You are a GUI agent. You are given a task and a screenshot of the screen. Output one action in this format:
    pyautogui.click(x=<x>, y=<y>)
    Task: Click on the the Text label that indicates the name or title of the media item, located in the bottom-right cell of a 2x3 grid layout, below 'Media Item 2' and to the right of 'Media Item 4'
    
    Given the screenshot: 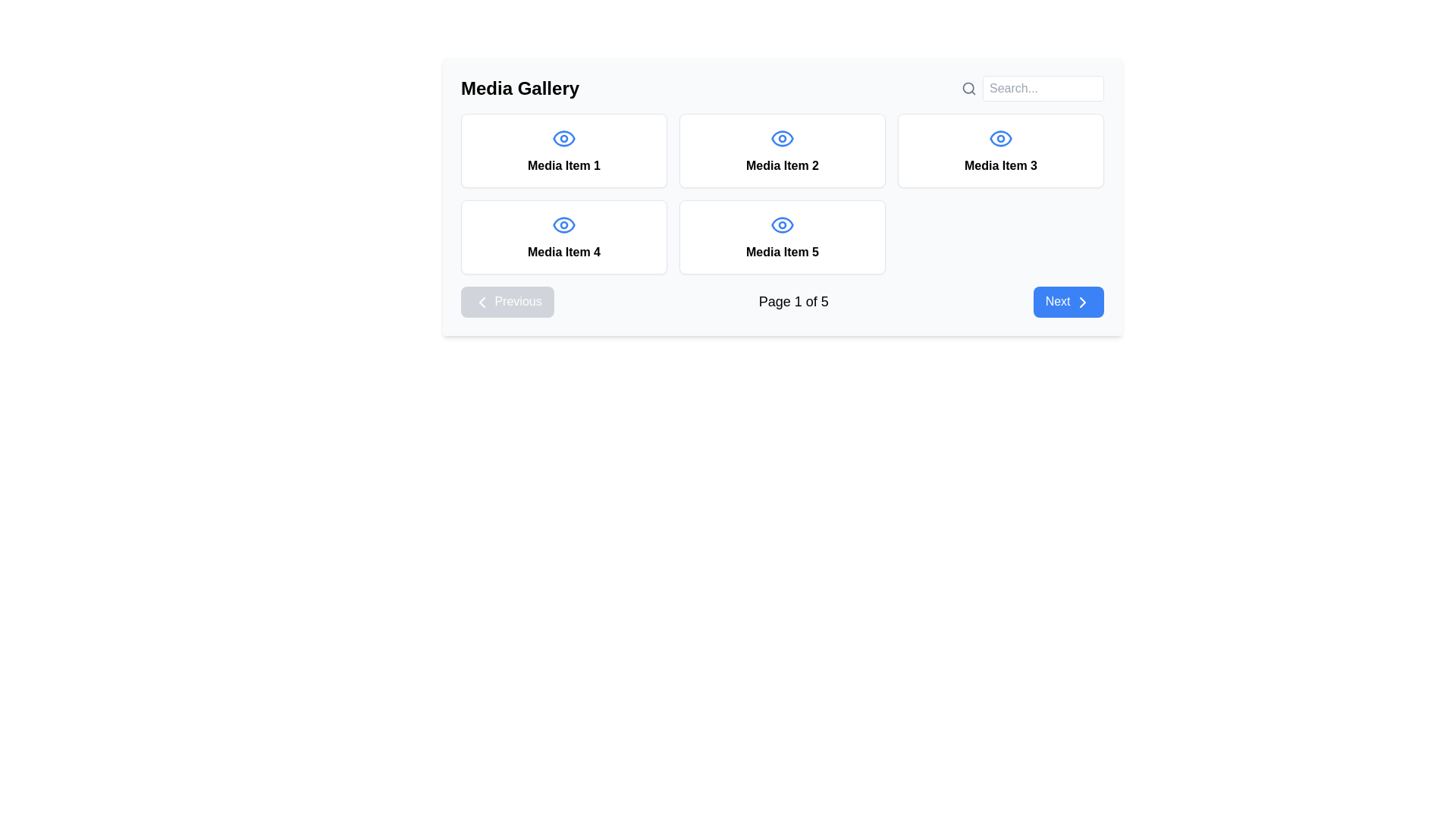 What is the action you would take?
    pyautogui.click(x=783, y=251)
    